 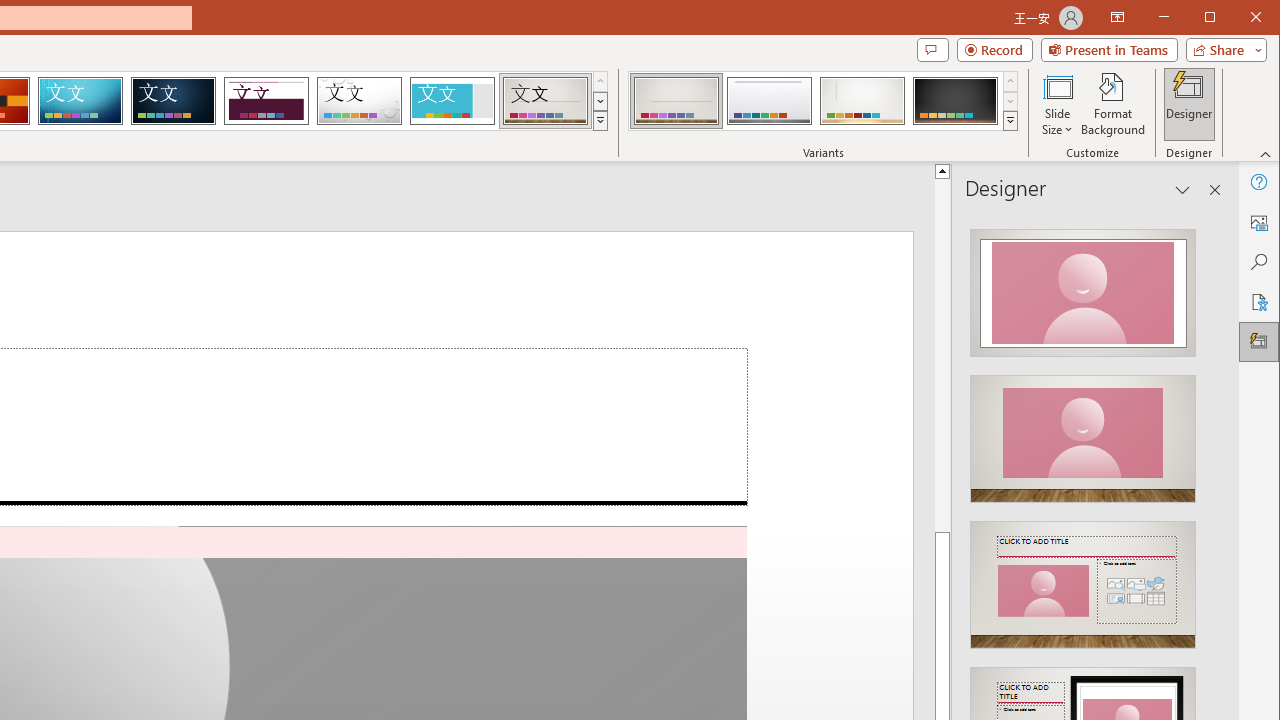 What do you see at coordinates (1189, 104) in the screenshot?
I see `'Designer'` at bounding box center [1189, 104].